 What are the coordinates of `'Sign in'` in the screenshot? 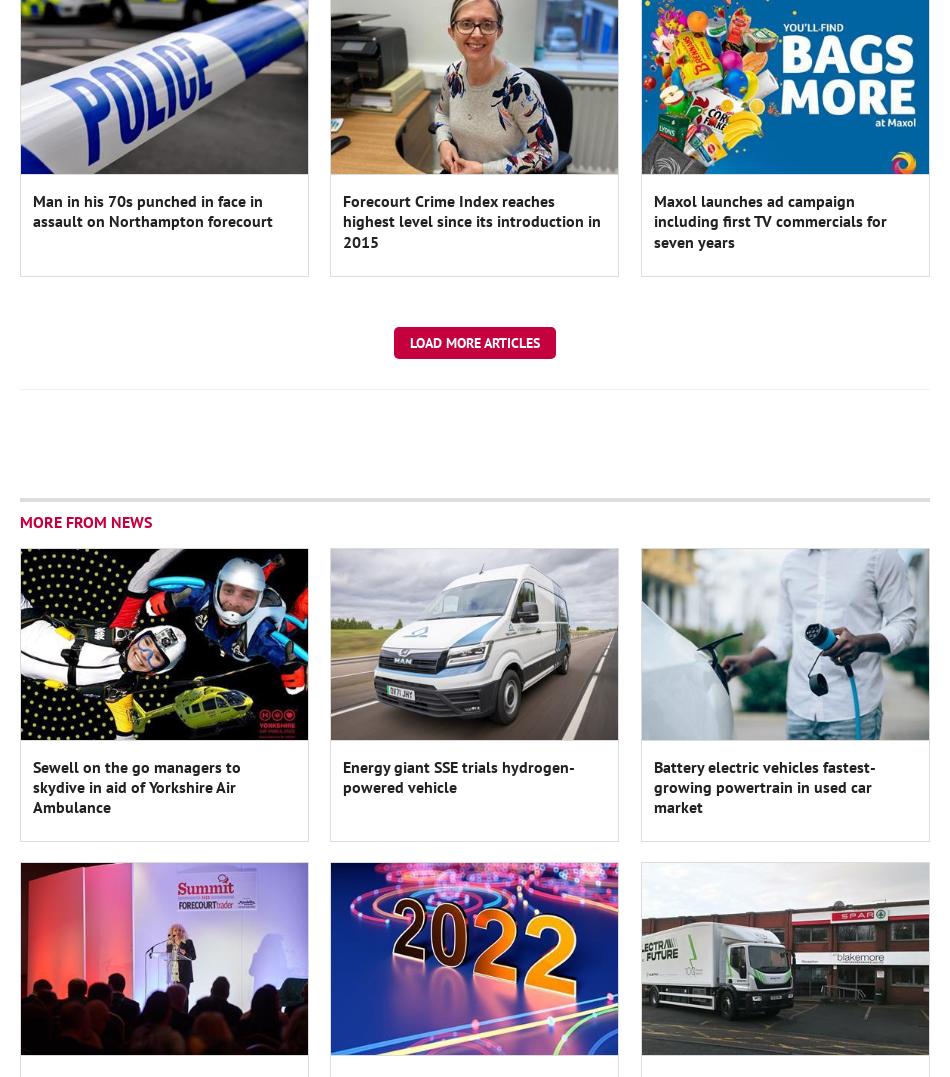 It's located at (337, 16).